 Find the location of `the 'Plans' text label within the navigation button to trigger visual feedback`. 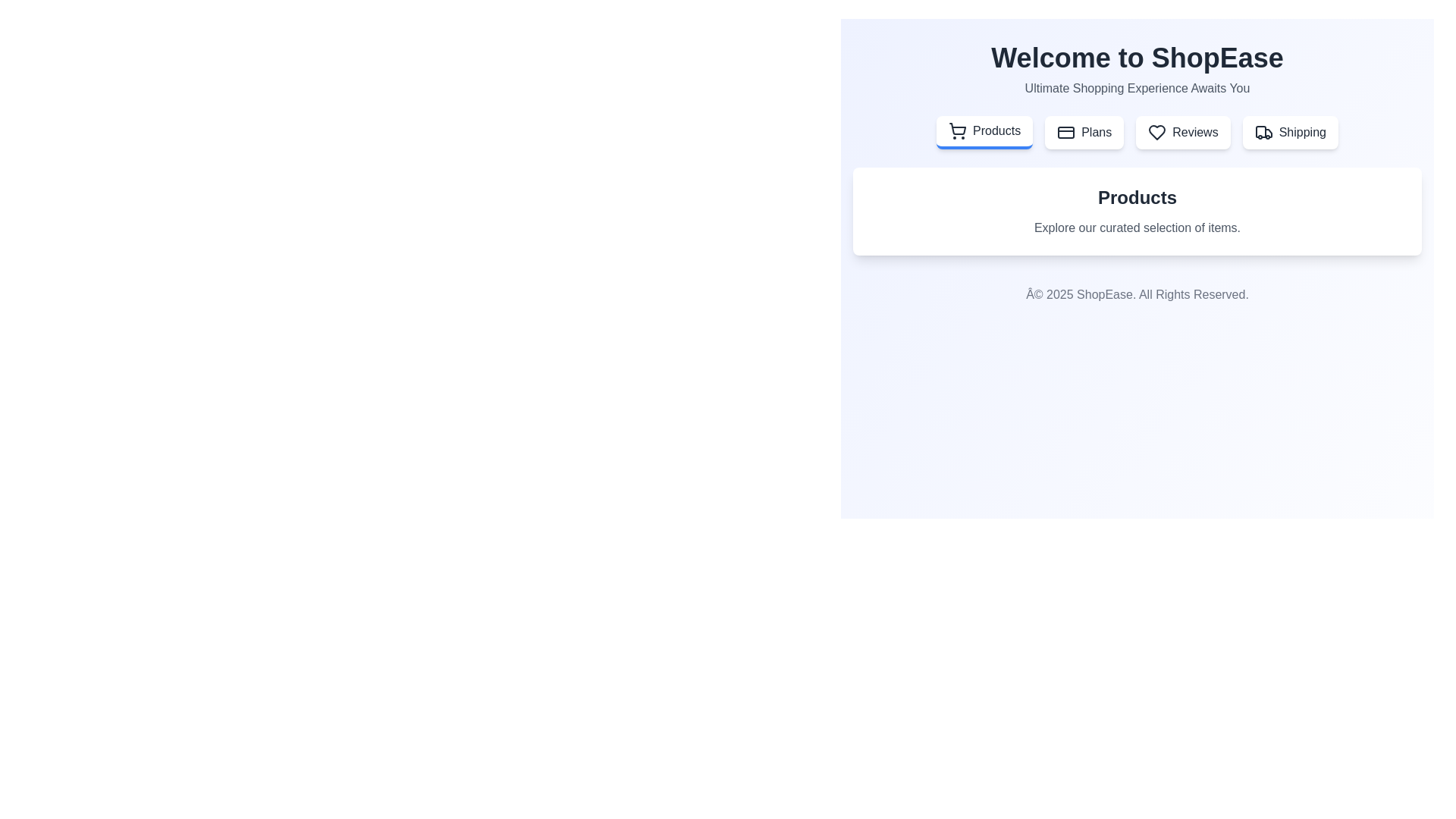

the 'Plans' text label within the navigation button to trigger visual feedback is located at coordinates (1097, 131).